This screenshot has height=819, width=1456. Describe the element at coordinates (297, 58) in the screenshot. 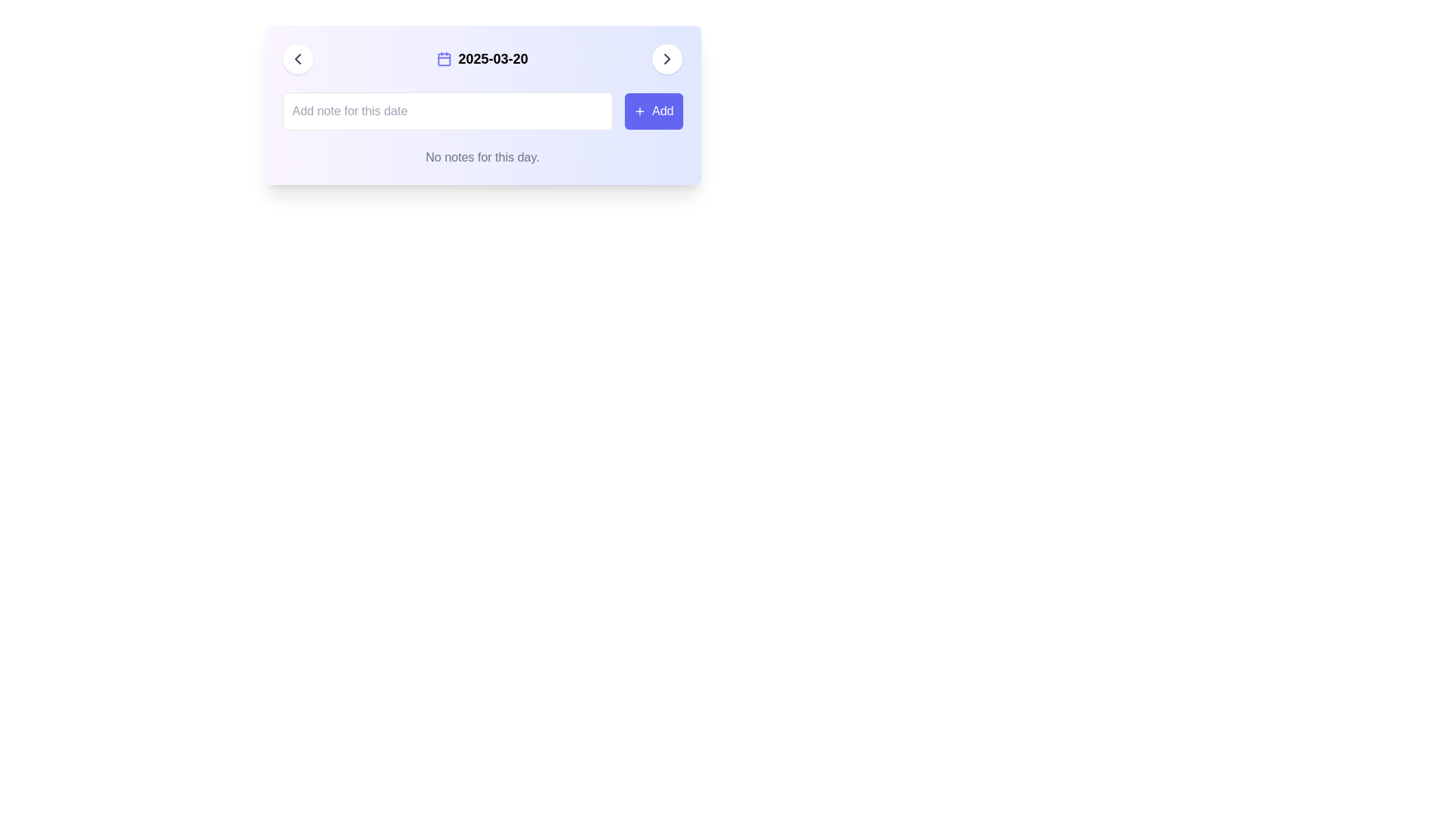

I see `the vector graphic icon button located near the top-left corner of the interface to activate the tooltip or highlight effect` at that location.